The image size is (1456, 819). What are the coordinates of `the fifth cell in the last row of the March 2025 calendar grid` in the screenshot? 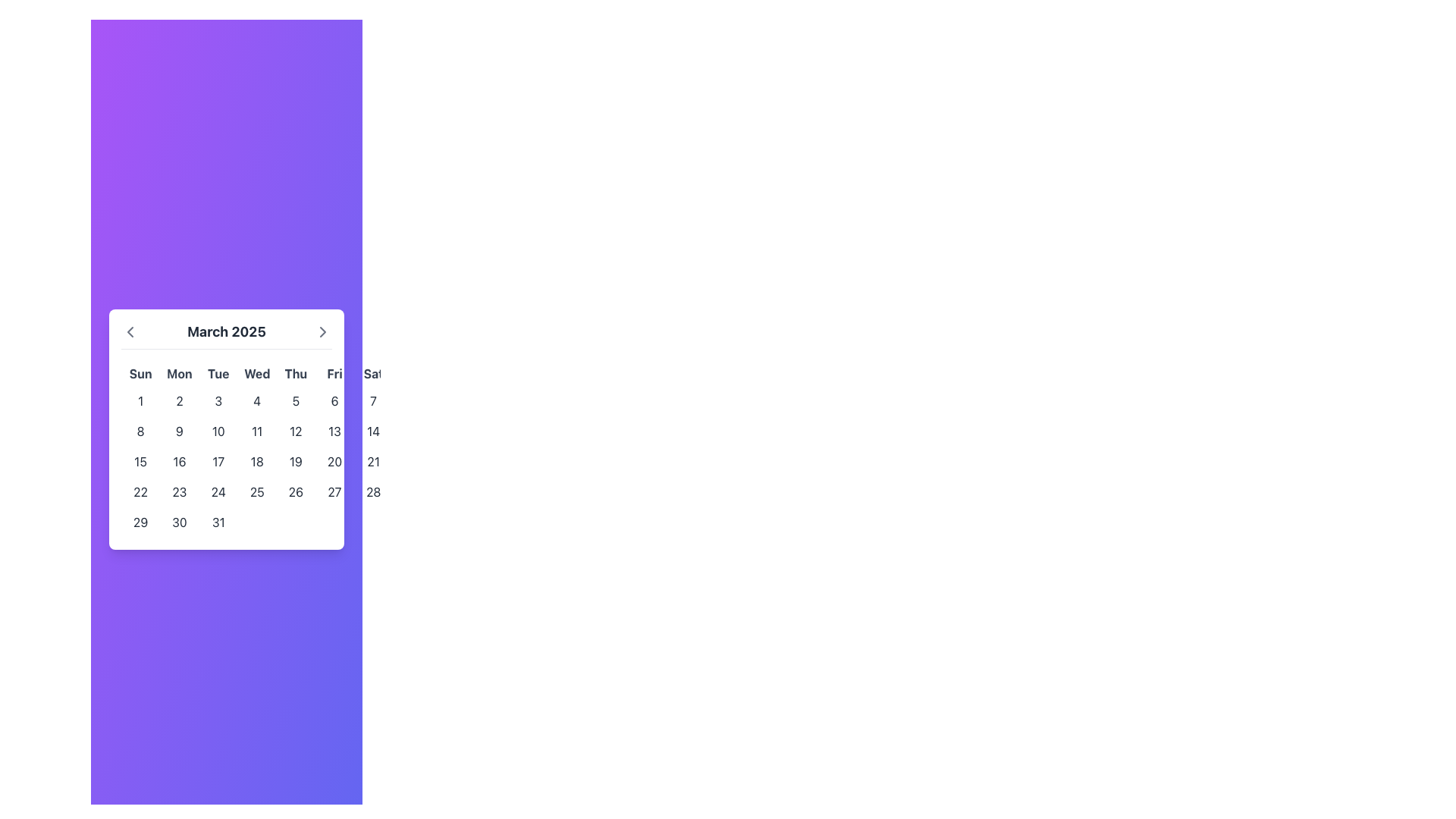 It's located at (296, 521).